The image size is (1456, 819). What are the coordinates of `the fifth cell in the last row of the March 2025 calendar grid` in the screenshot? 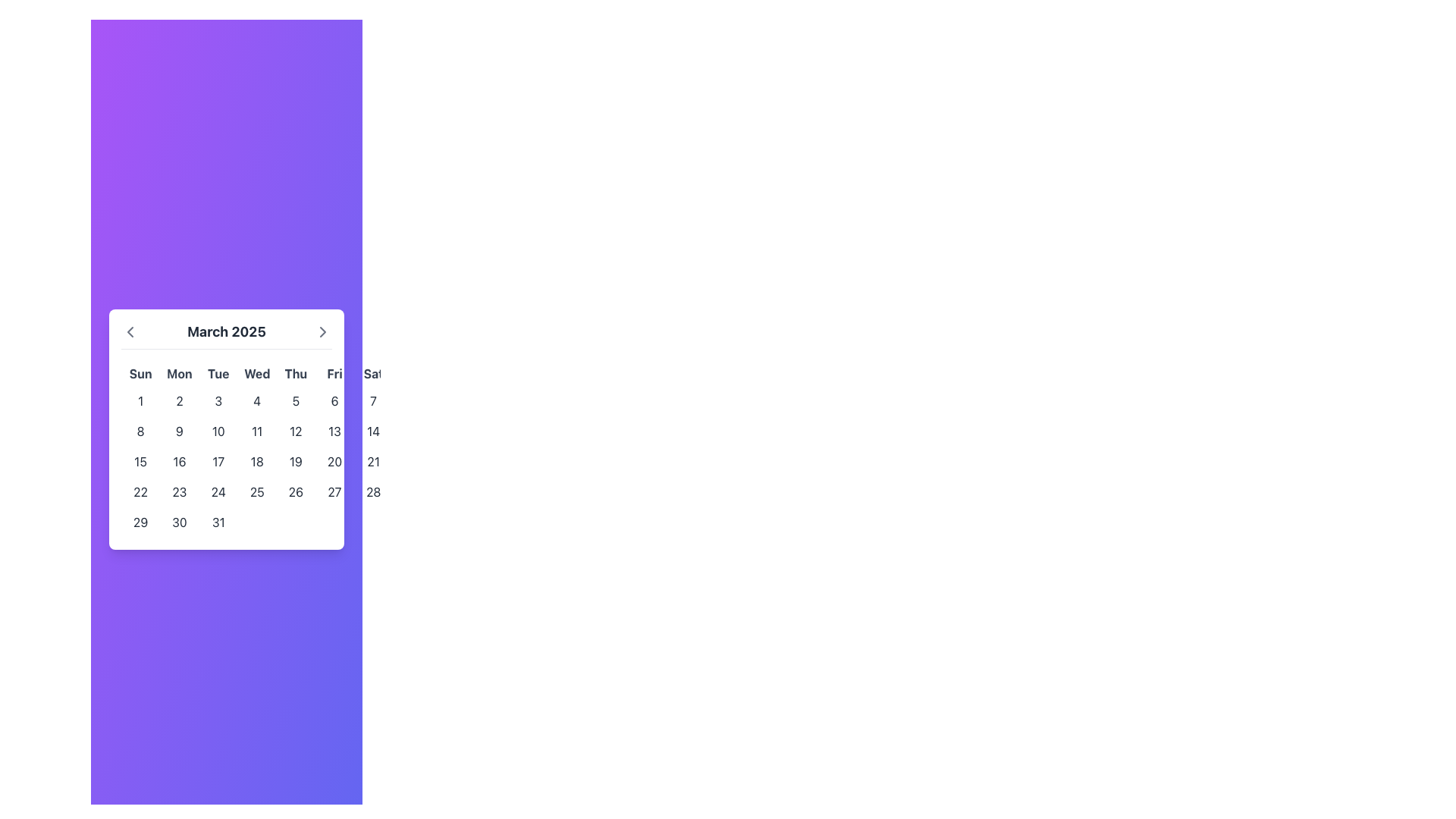 It's located at (296, 521).